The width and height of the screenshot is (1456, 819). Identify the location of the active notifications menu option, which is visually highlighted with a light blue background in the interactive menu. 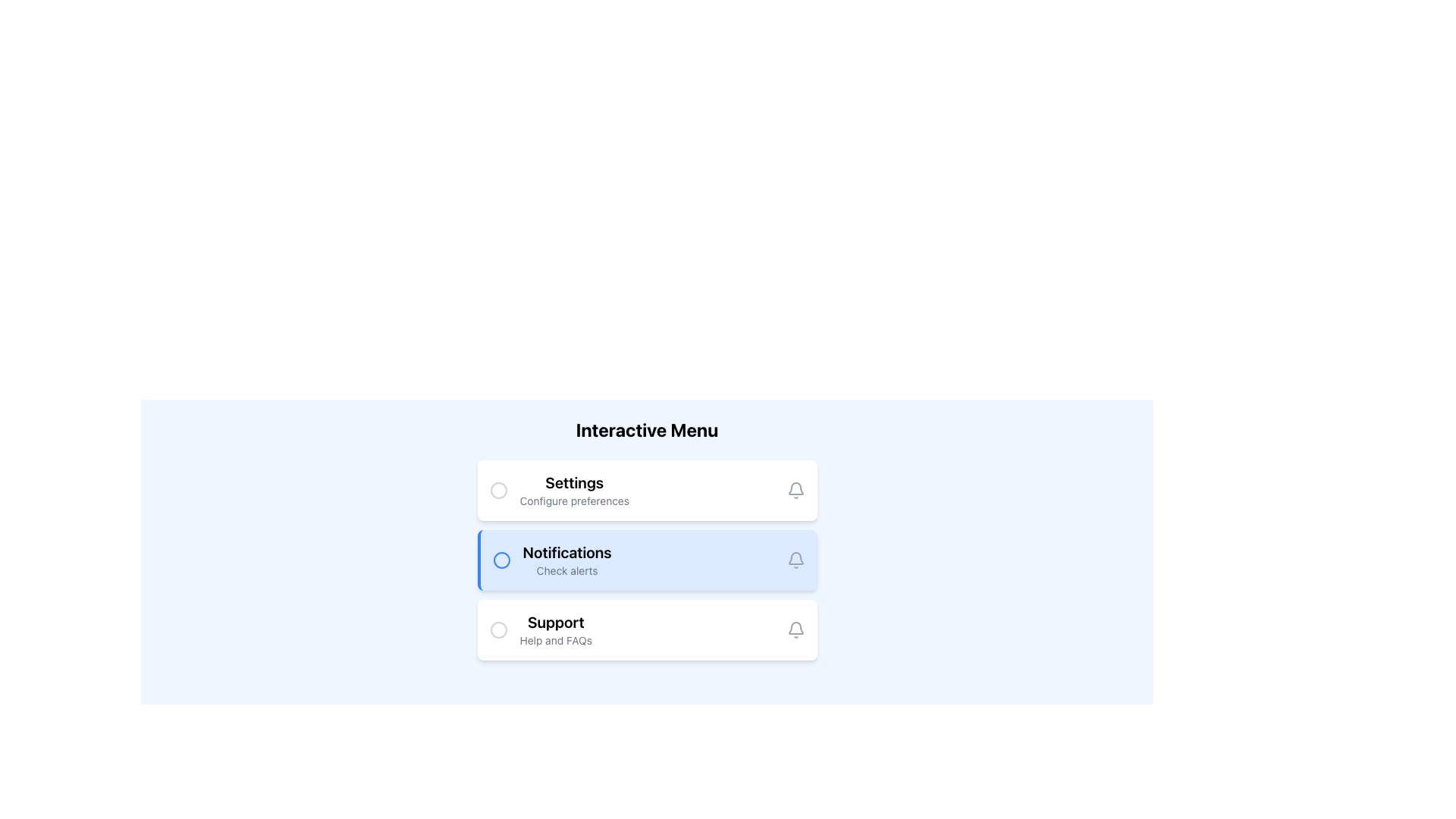
(551, 560).